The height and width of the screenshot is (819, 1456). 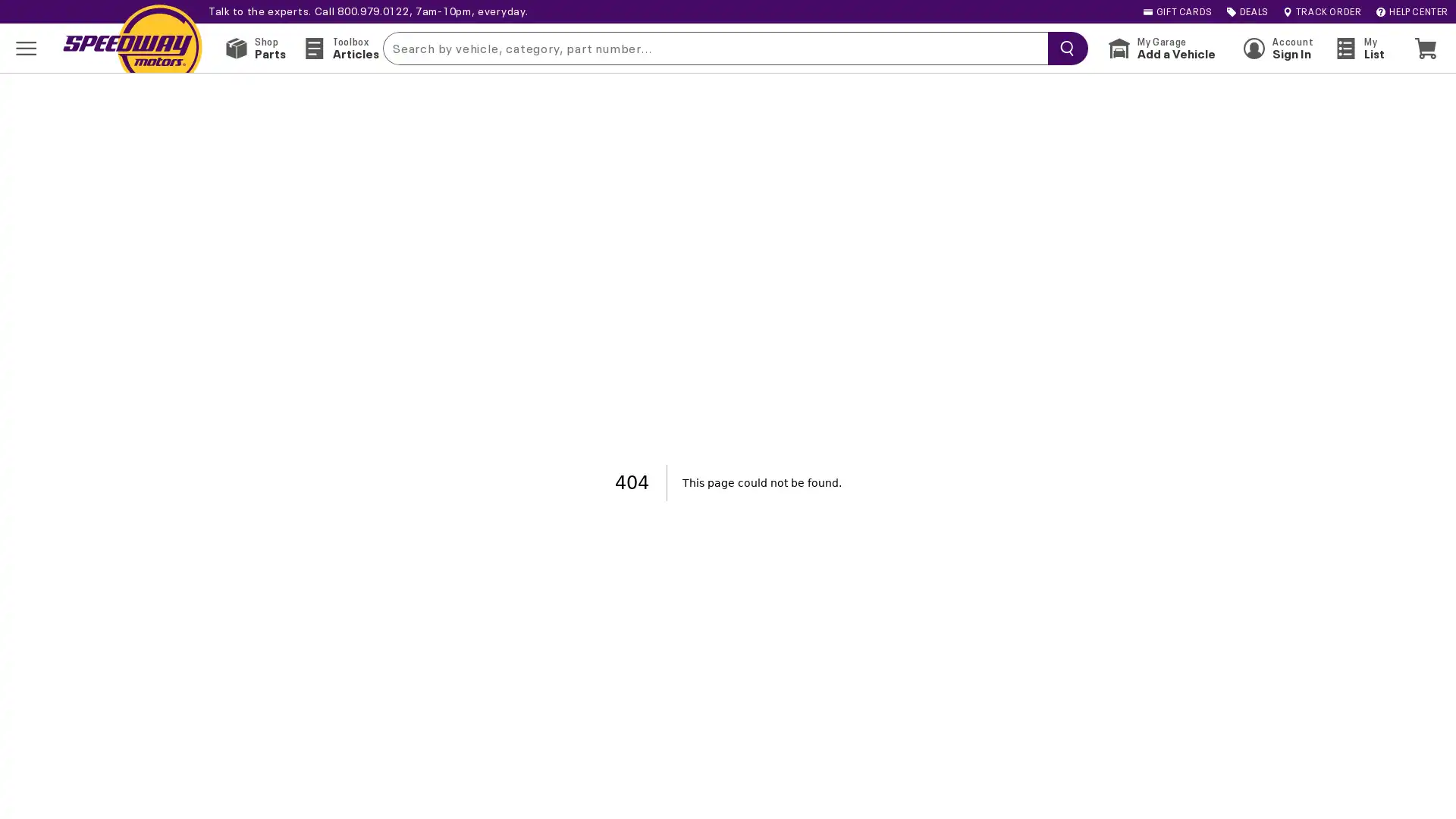 What do you see at coordinates (1160, 47) in the screenshot?
I see `My Garage Add a Vehicle` at bounding box center [1160, 47].